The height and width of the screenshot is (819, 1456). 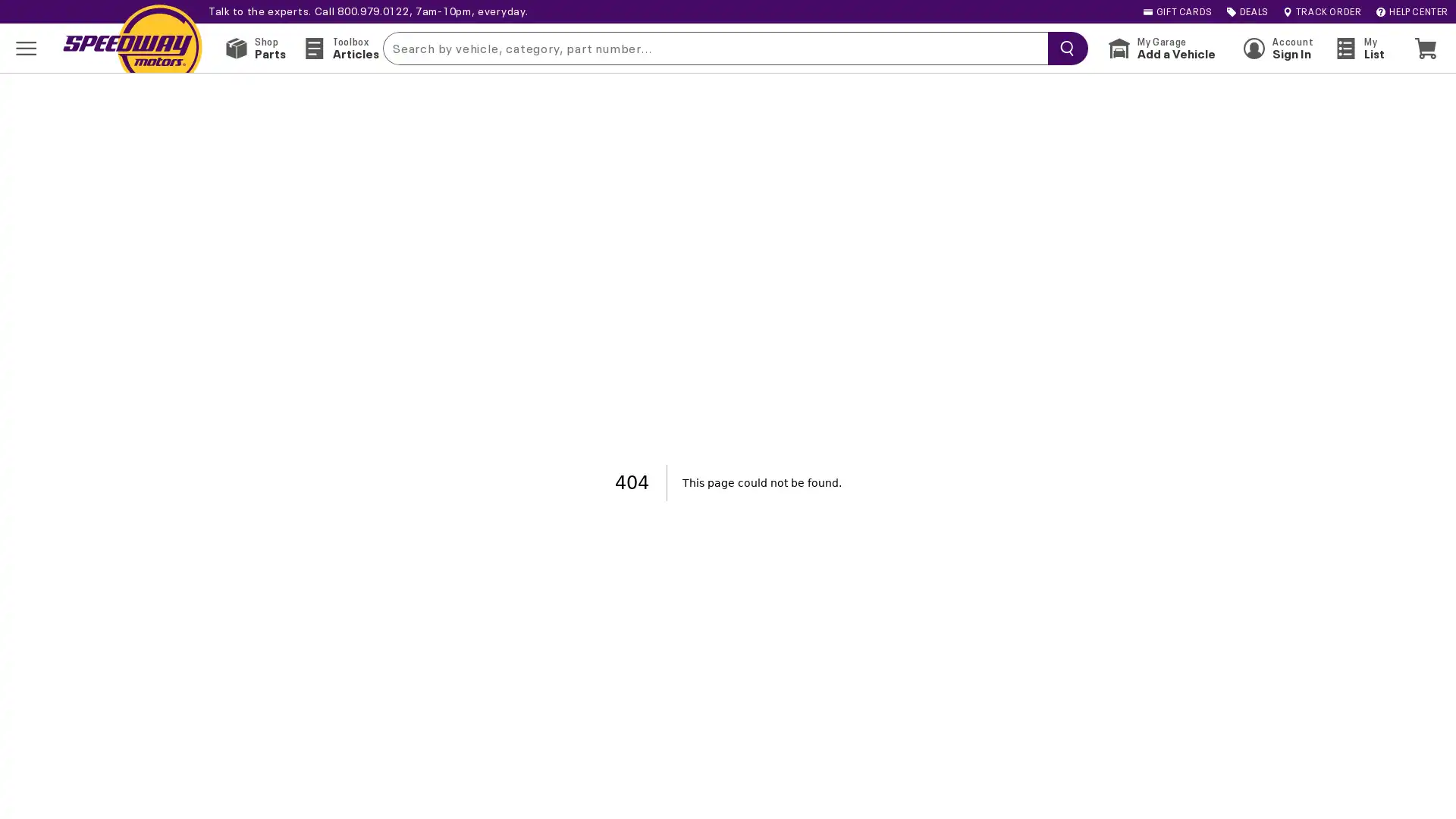 What do you see at coordinates (1160, 47) in the screenshot?
I see `My Garage Add a Vehicle` at bounding box center [1160, 47].